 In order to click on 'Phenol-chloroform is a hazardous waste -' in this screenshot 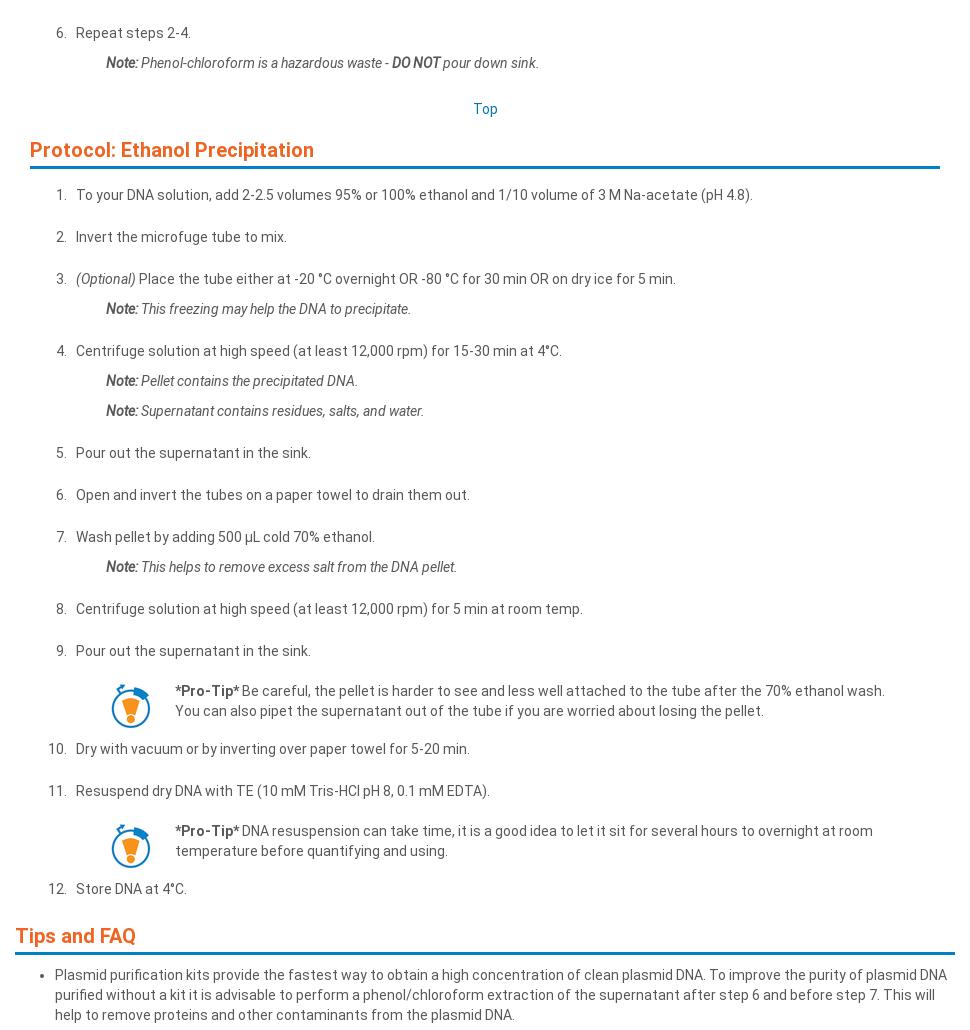, I will do `click(264, 62)`.